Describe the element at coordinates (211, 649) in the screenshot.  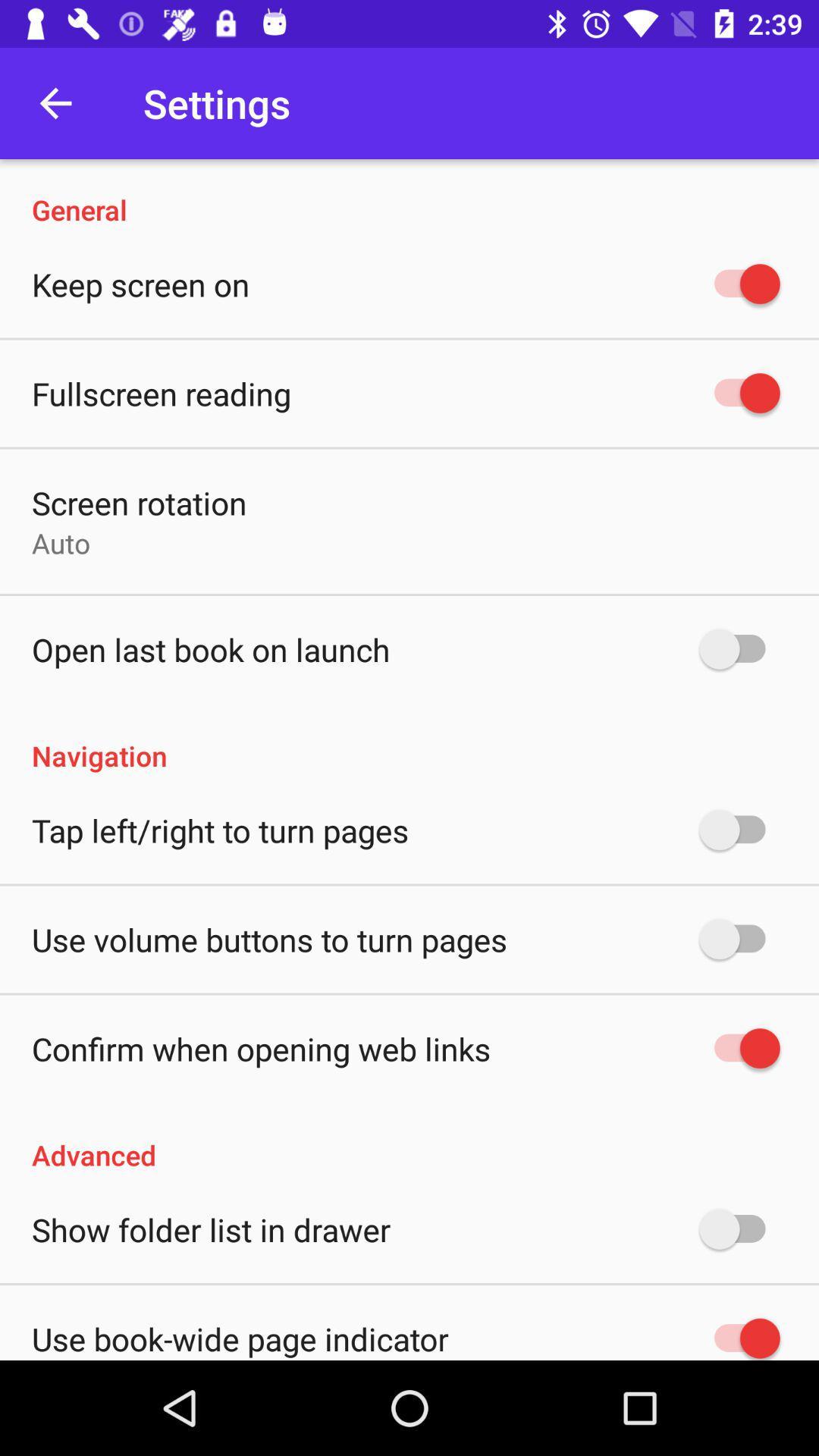
I see `the open last book` at that location.